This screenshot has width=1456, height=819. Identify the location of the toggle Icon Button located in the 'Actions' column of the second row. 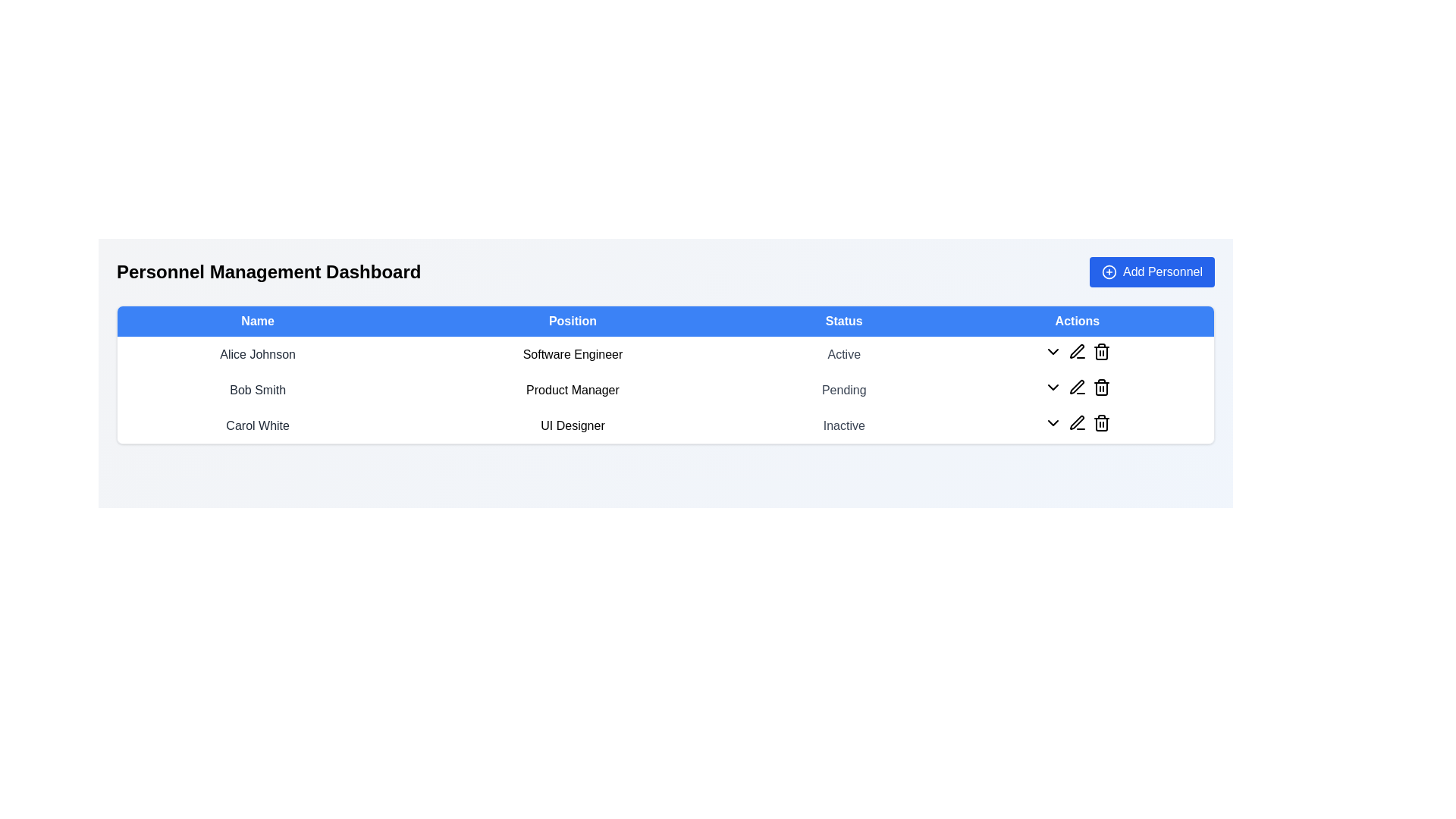
(1051, 386).